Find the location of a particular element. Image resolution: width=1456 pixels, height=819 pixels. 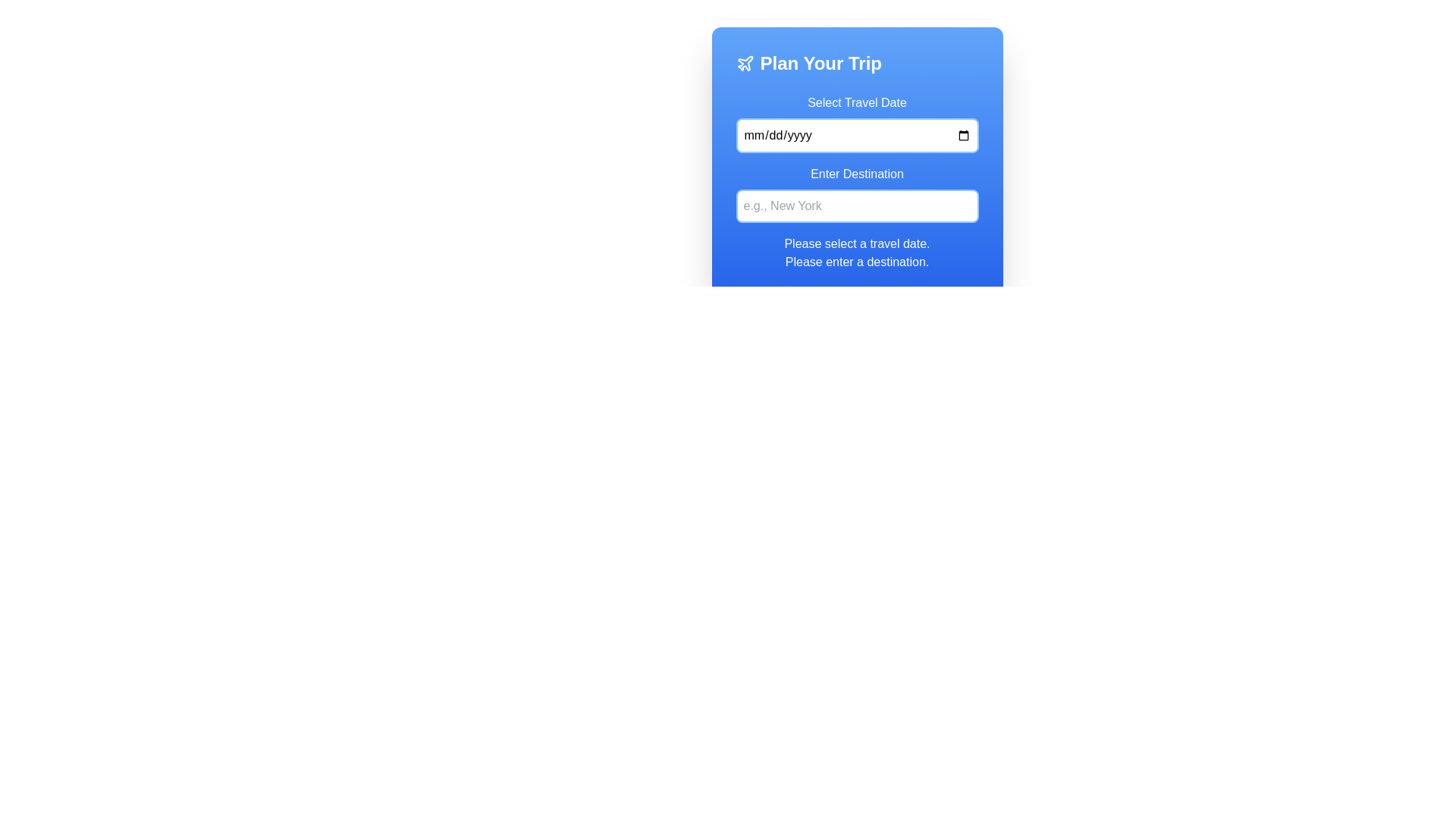

the destination text input field is located at coordinates (857, 193).